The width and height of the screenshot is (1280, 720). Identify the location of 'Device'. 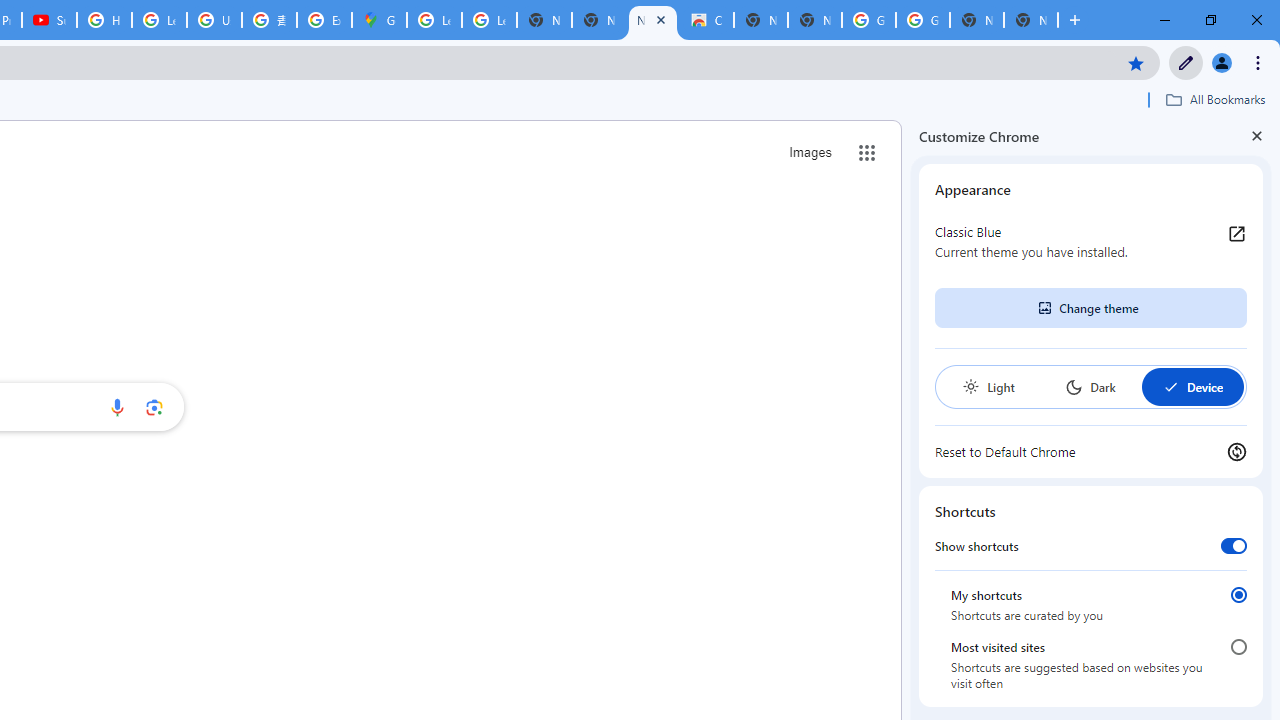
(1192, 387).